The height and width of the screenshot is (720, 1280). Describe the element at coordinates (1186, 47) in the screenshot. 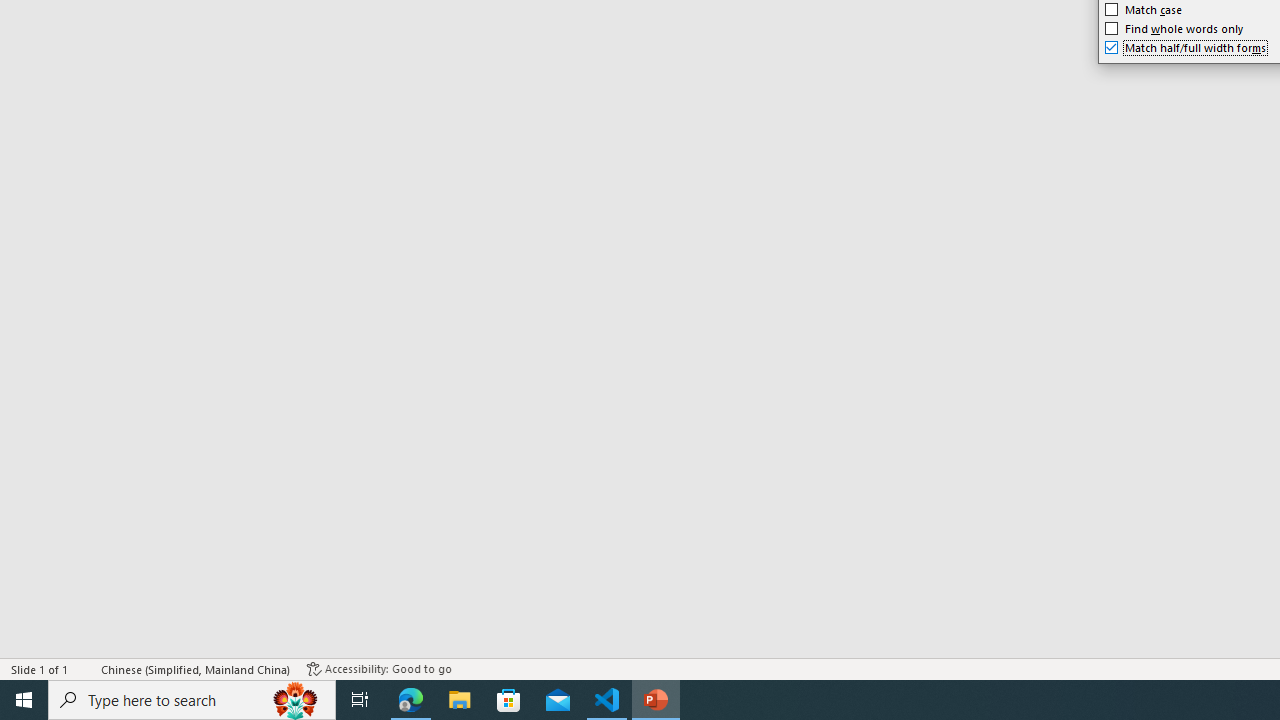

I see `'Match half/full width forms'` at that location.